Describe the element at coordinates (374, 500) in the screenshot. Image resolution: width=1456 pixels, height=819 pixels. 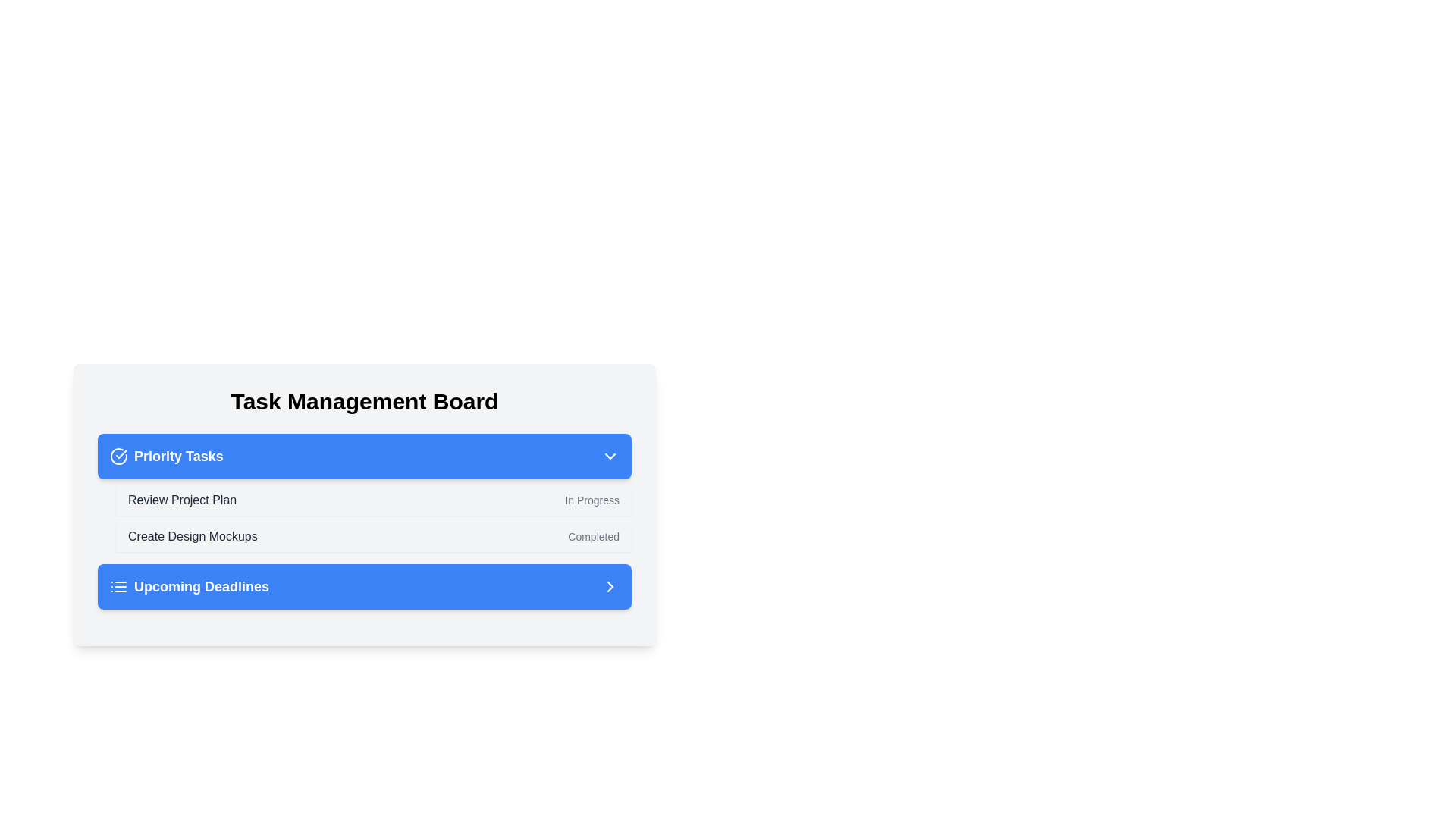
I see `the task item titled 'Review Project Plan'` at that location.